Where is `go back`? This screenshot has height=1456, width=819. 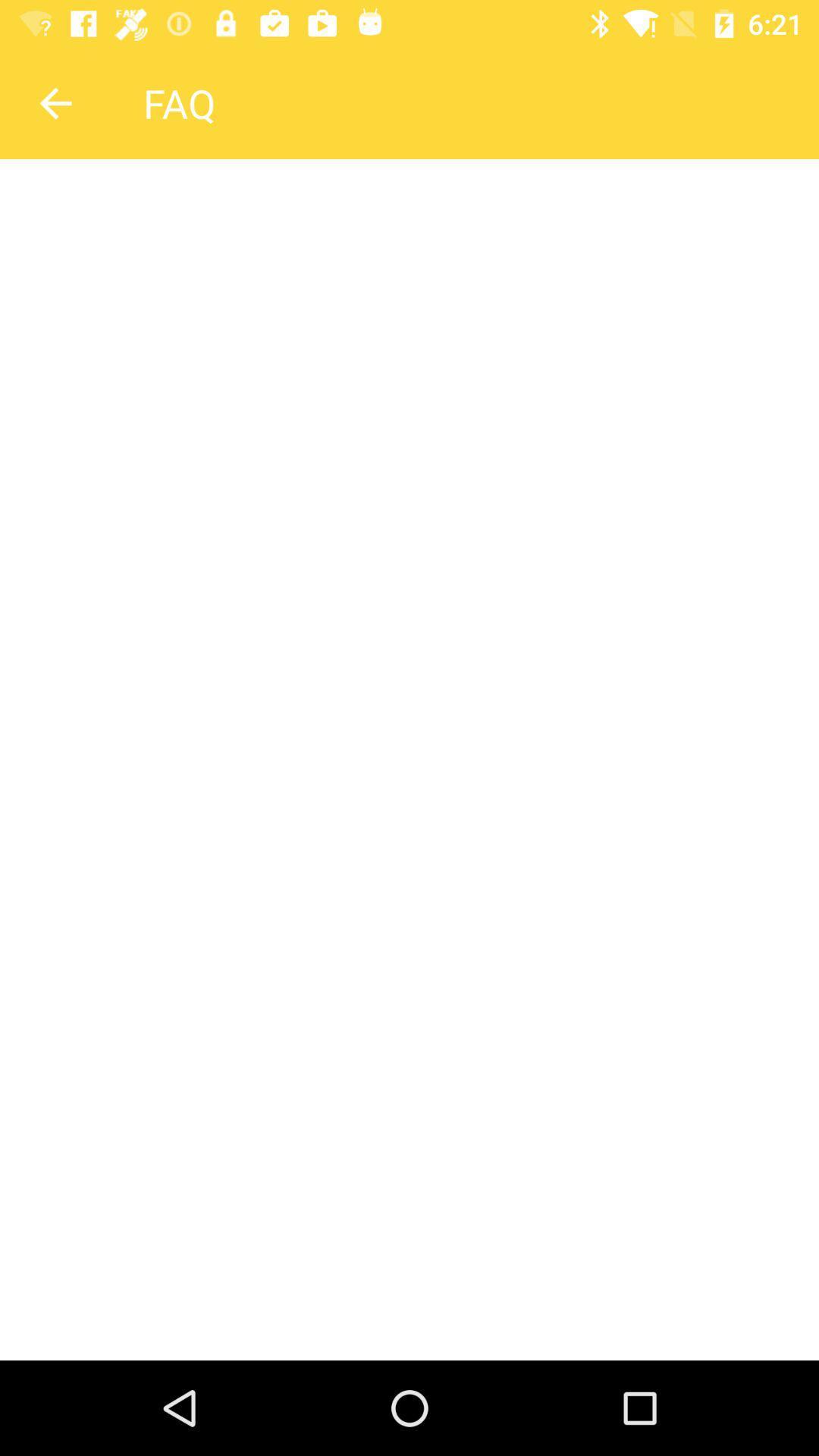 go back is located at coordinates (55, 102).